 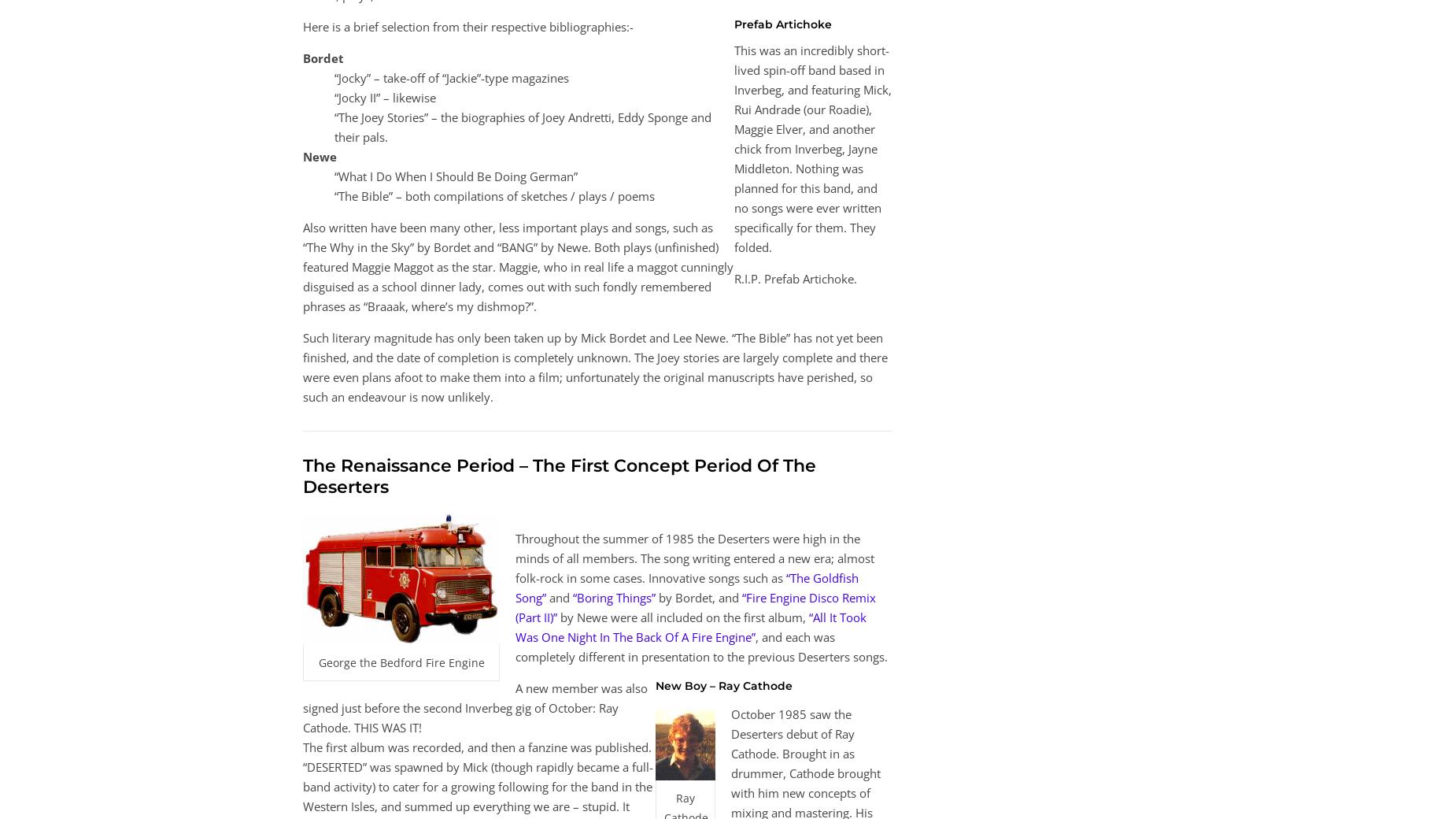 I want to click on '“The Bible” – both compilations of sketches / plays / poems', so click(x=494, y=195).